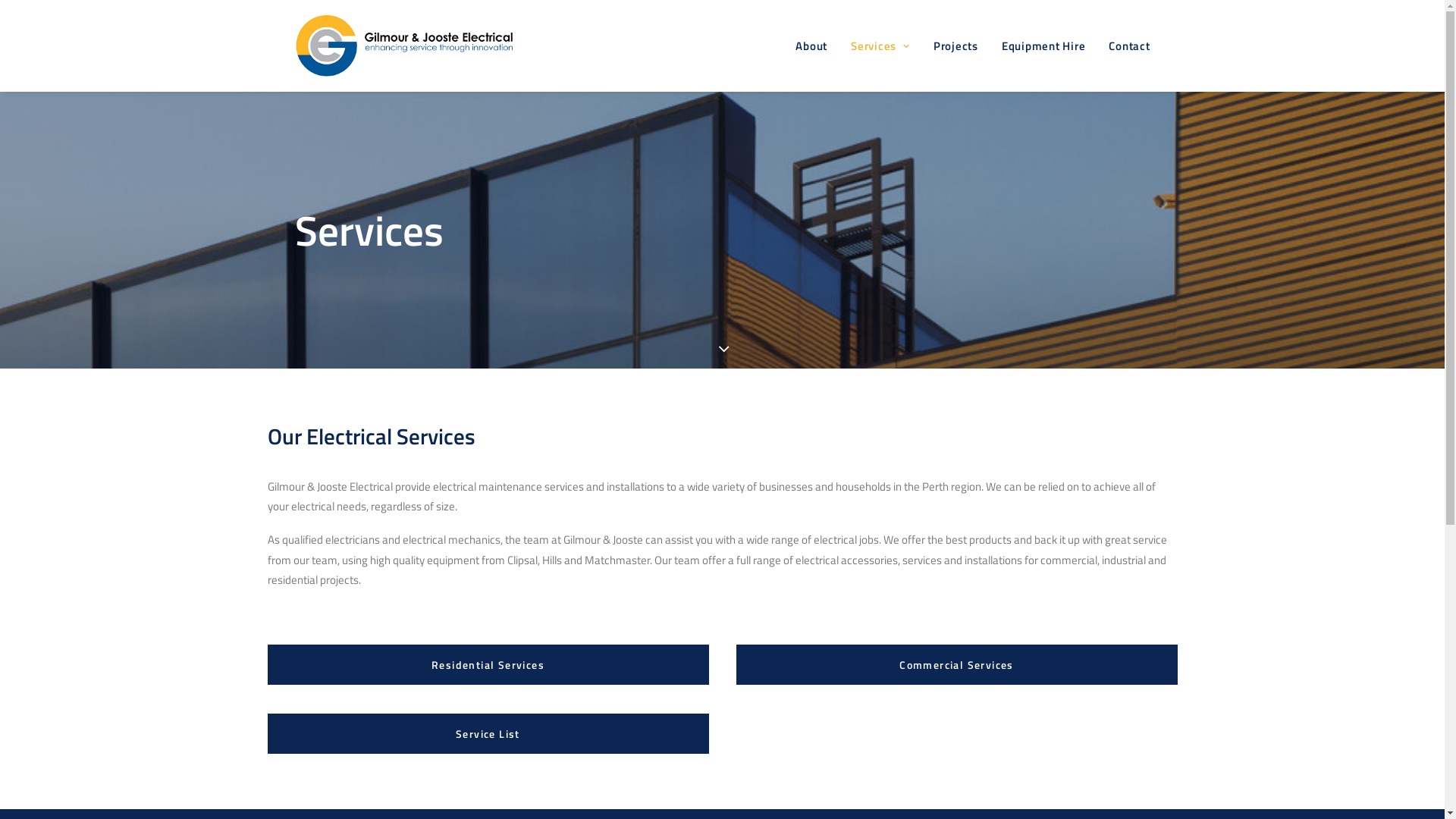 The image size is (1456, 819). Describe the element at coordinates (1124, 45) in the screenshot. I see `'Contact'` at that location.